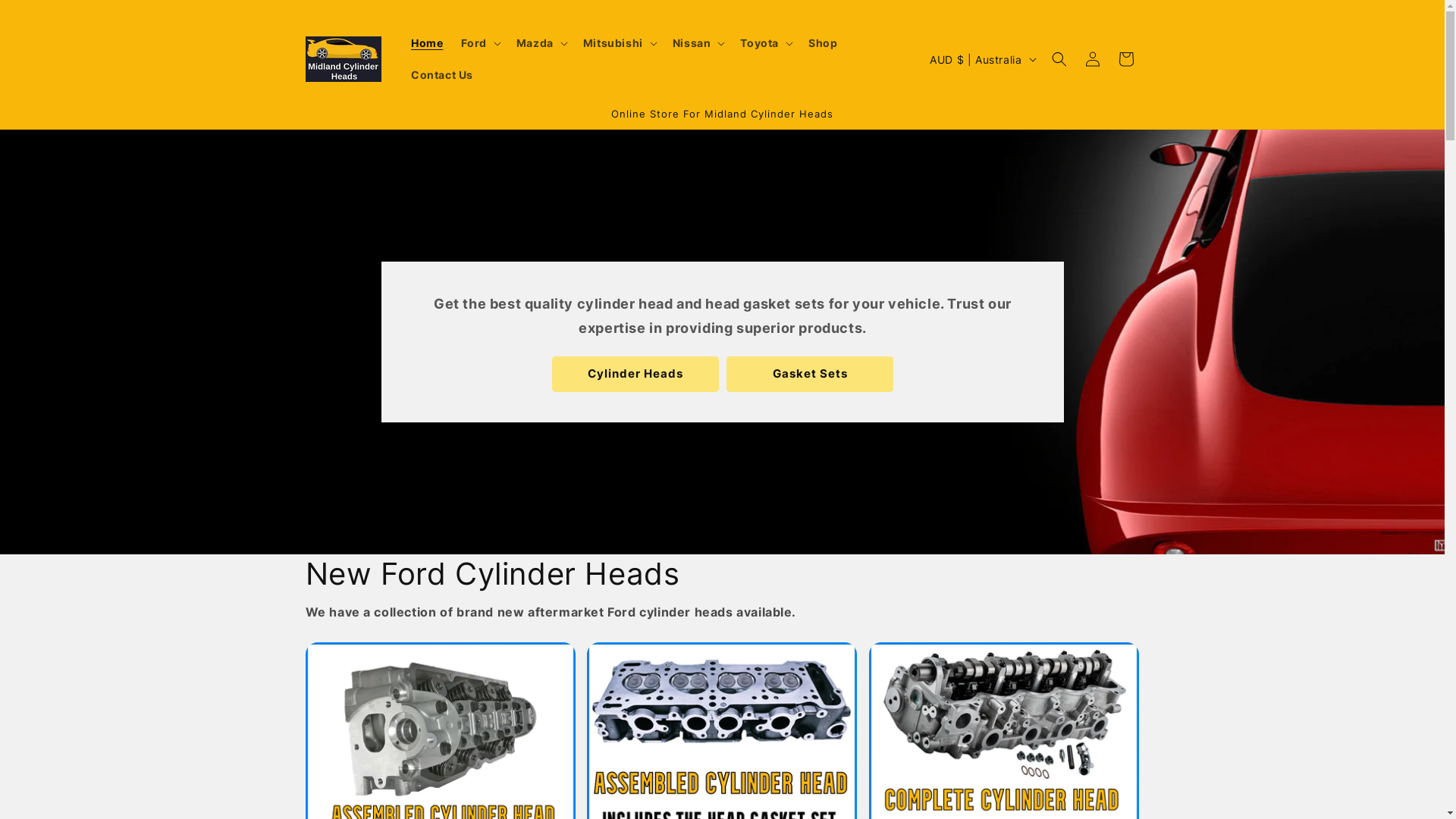 Image resolution: width=1456 pixels, height=819 pixels. What do you see at coordinates (1074, 58) in the screenshot?
I see `'Log in'` at bounding box center [1074, 58].